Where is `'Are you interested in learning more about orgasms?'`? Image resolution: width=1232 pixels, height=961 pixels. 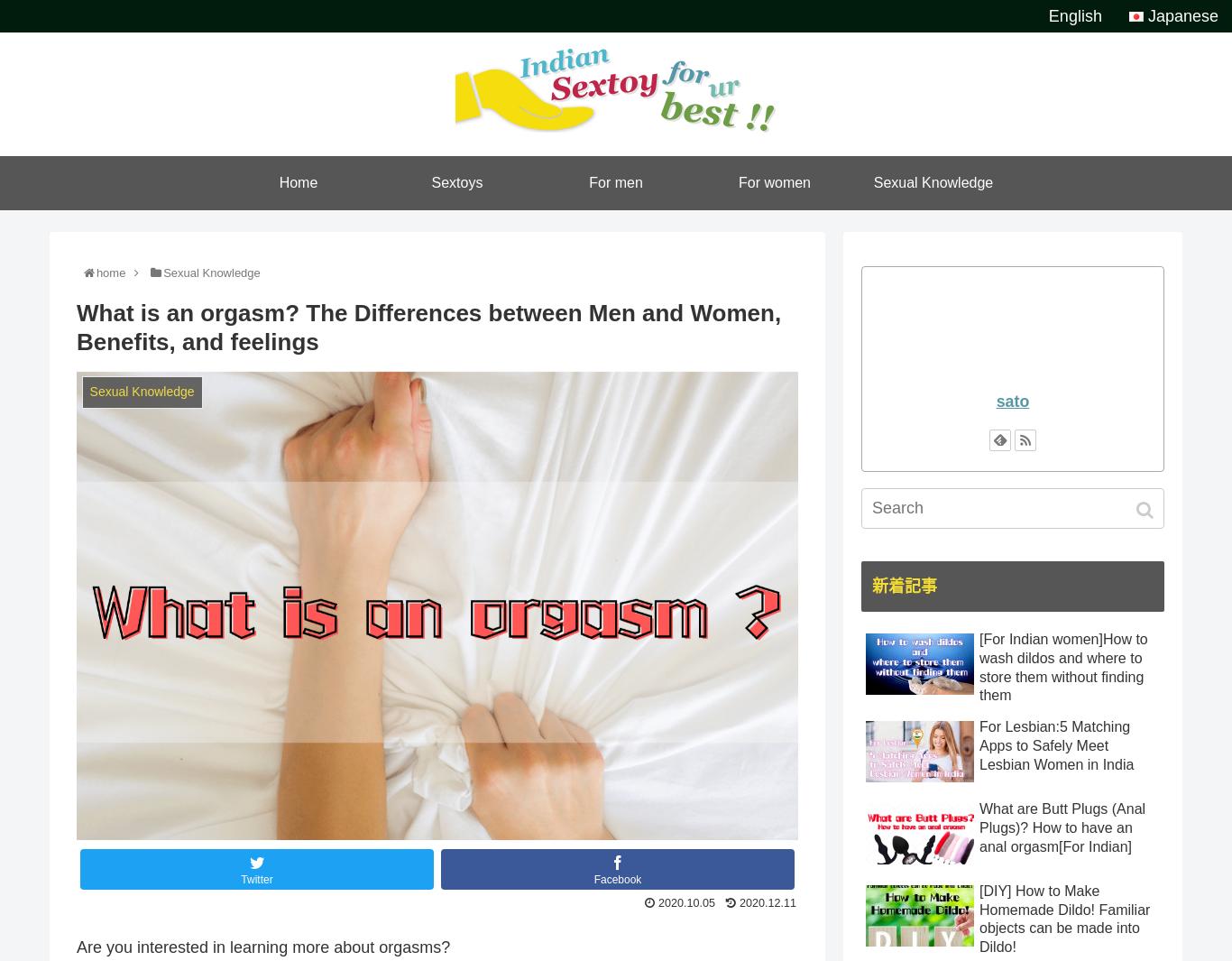
'Are you interested in learning more about orgasms?' is located at coordinates (76, 947).